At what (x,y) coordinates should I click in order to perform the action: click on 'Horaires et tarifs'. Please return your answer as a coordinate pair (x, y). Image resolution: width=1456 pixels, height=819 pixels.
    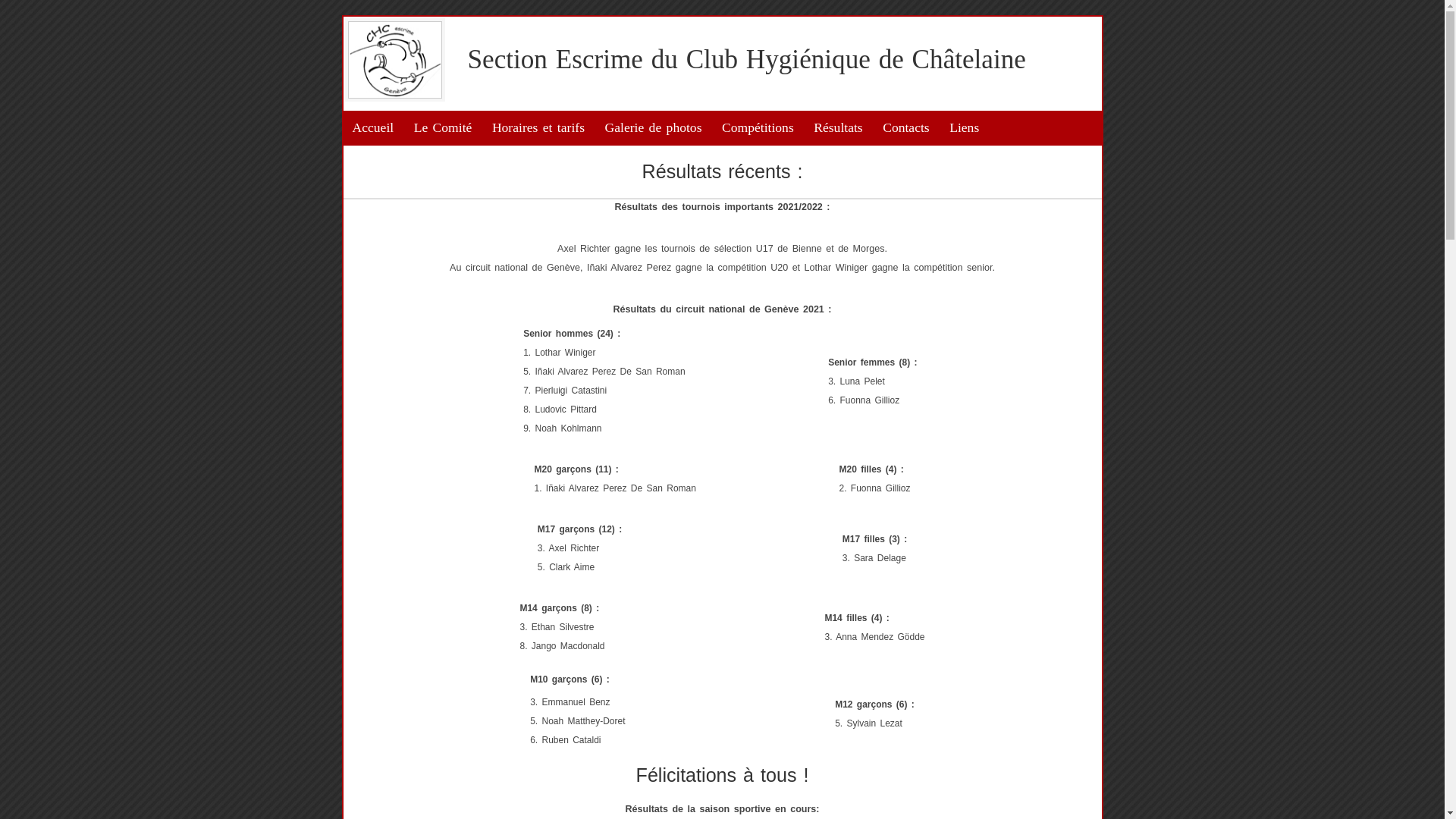
    Looking at the image, I should click on (538, 127).